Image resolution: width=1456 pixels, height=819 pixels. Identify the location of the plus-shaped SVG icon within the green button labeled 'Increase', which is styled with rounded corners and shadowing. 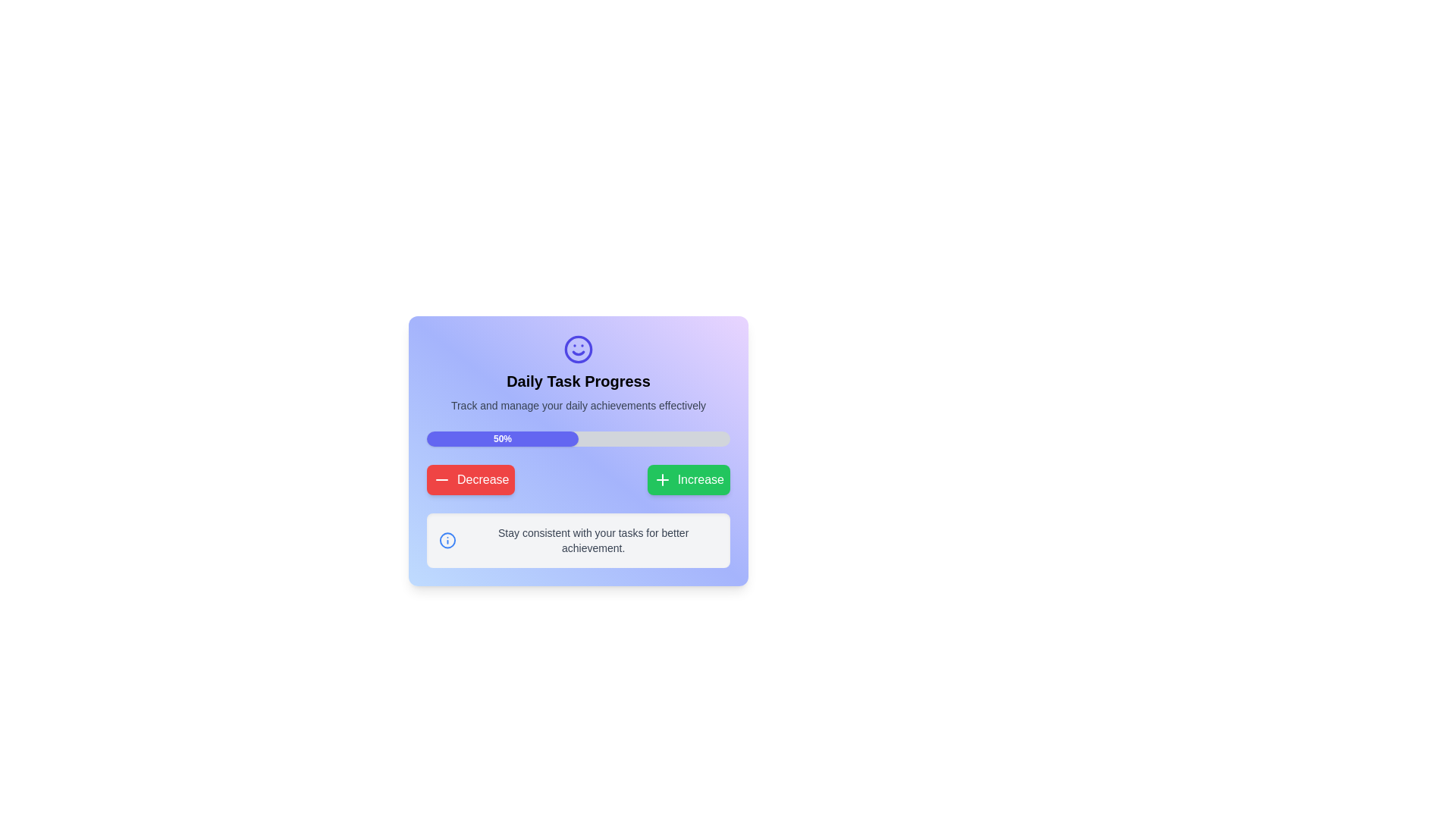
(662, 479).